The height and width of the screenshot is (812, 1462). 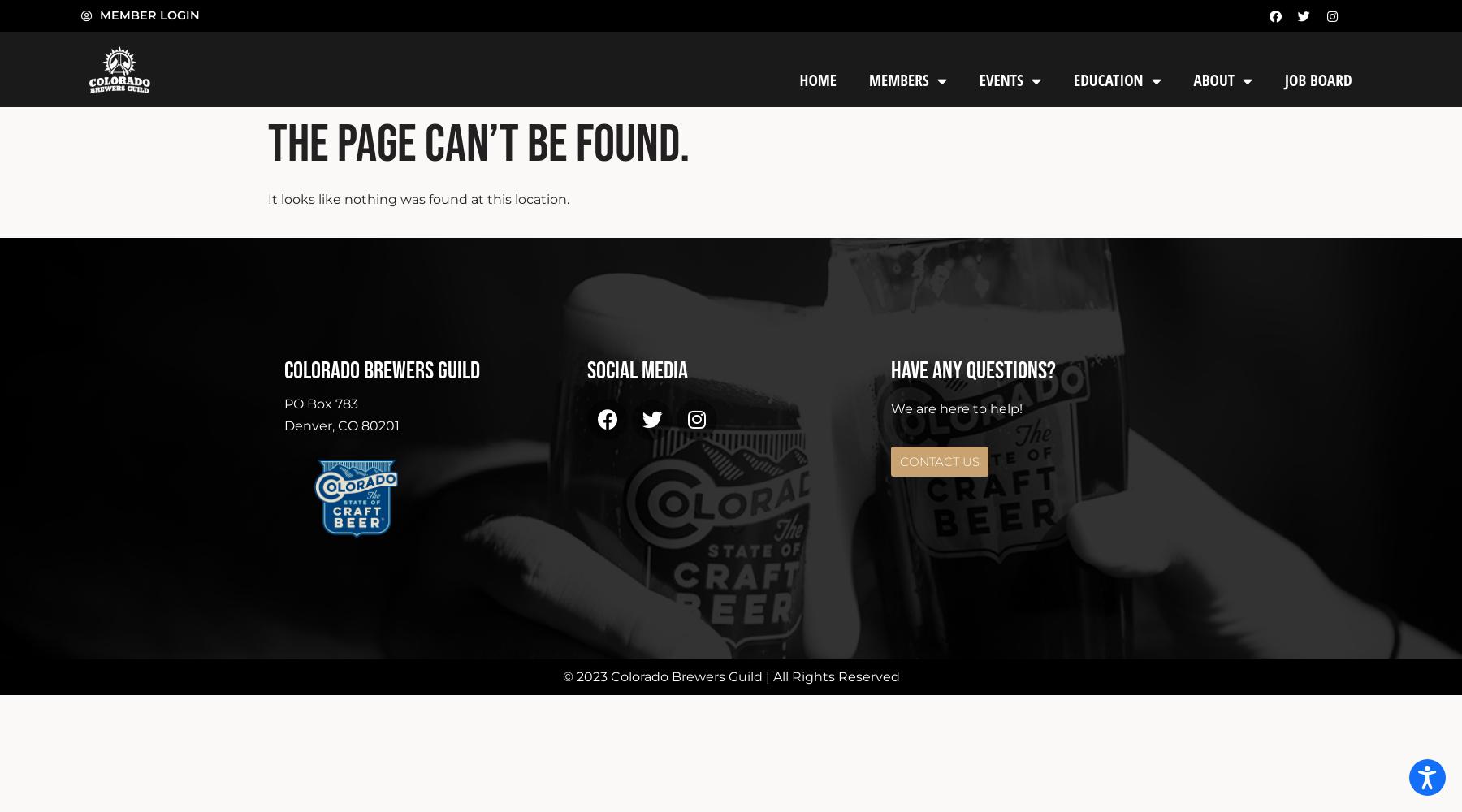 What do you see at coordinates (321, 402) in the screenshot?
I see `'PO Box 783'` at bounding box center [321, 402].